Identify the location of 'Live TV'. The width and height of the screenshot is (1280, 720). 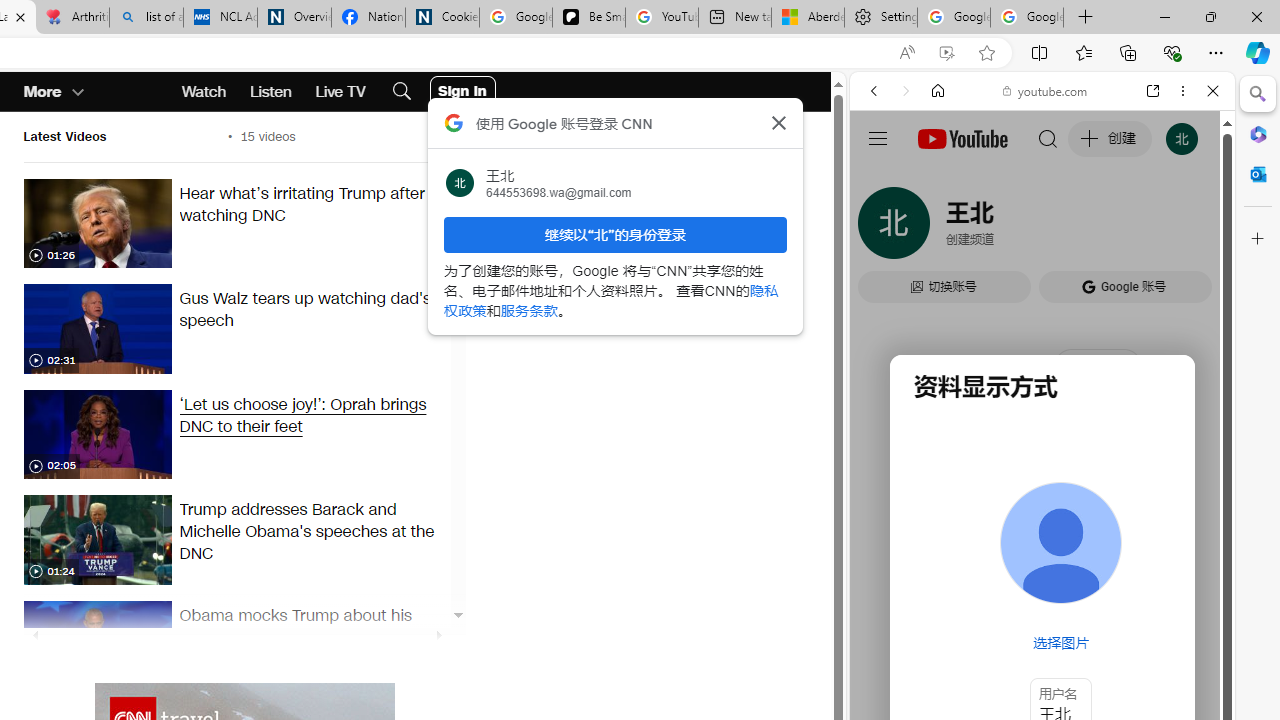
(340, 92).